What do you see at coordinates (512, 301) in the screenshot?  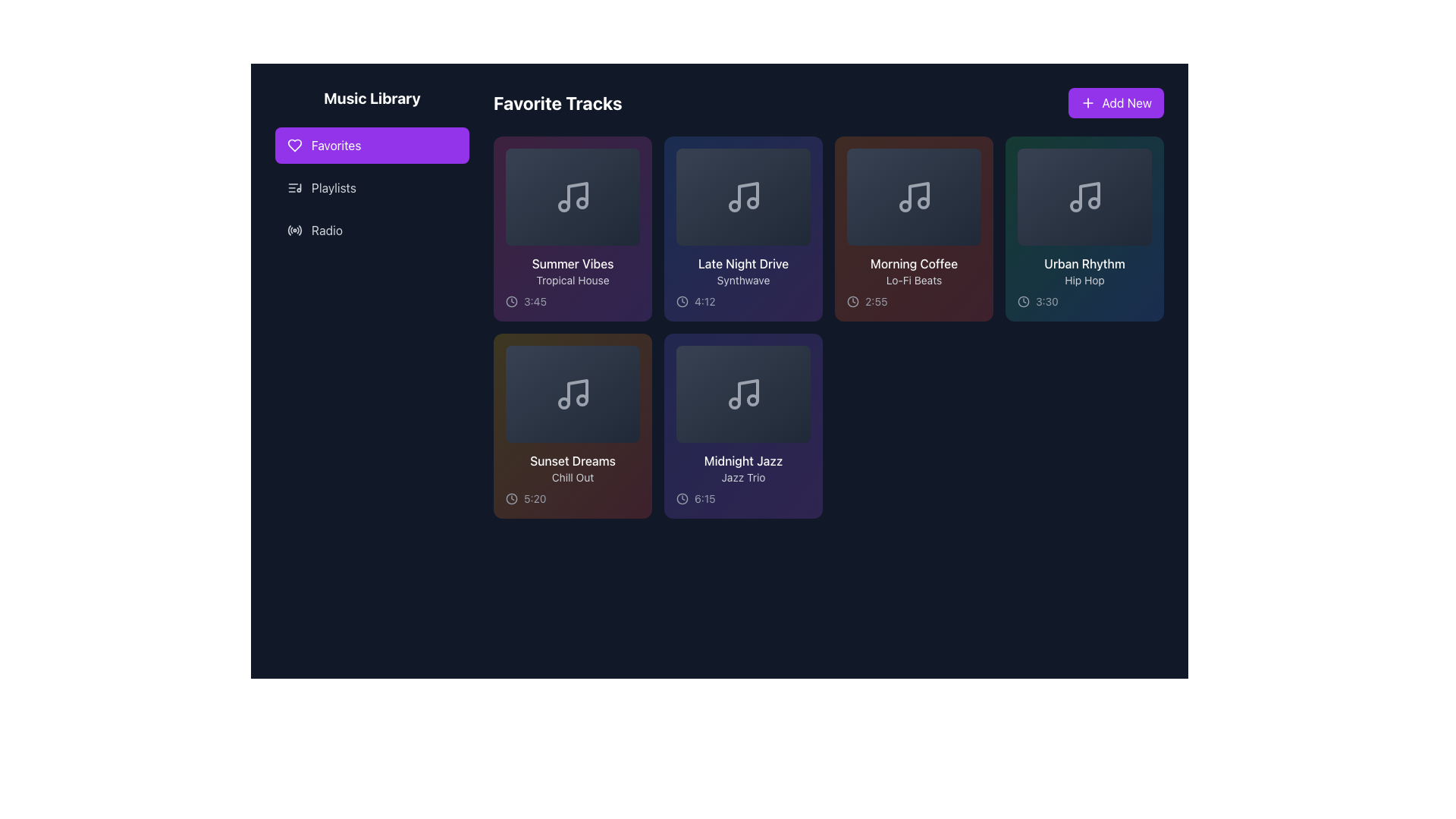 I see `the Time indicator icon located at the top-left corner of the first music track card in the 'Favorite Tracks' section, positioned directly above the text '3:45'` at bounding box center [512, 301].